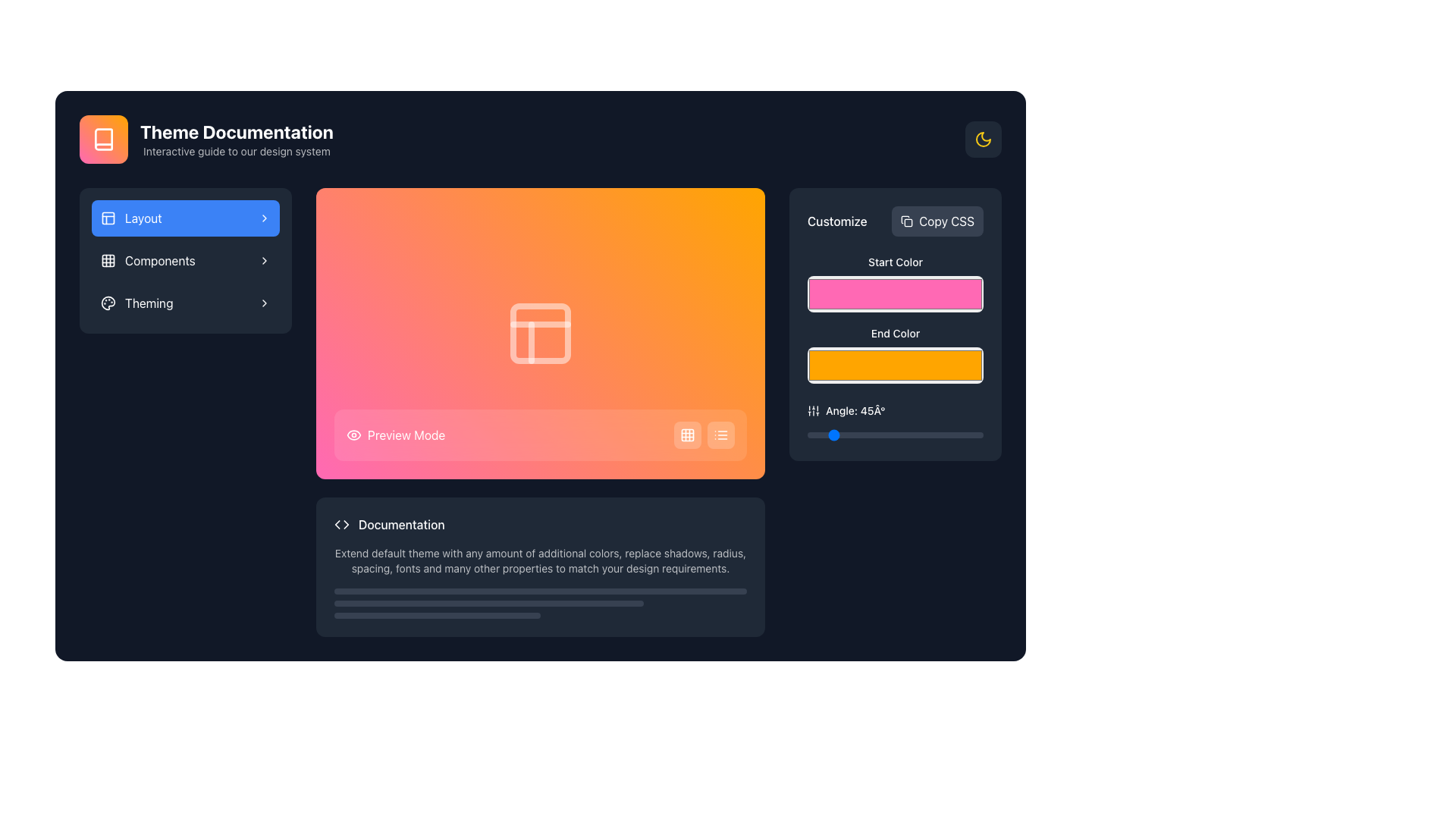  What do you see at coordinates (720, 435) in the screenshot?
I see `the Button (List Icon) featuring horizontal lines and circular dots` at bounding box center [720, 435].